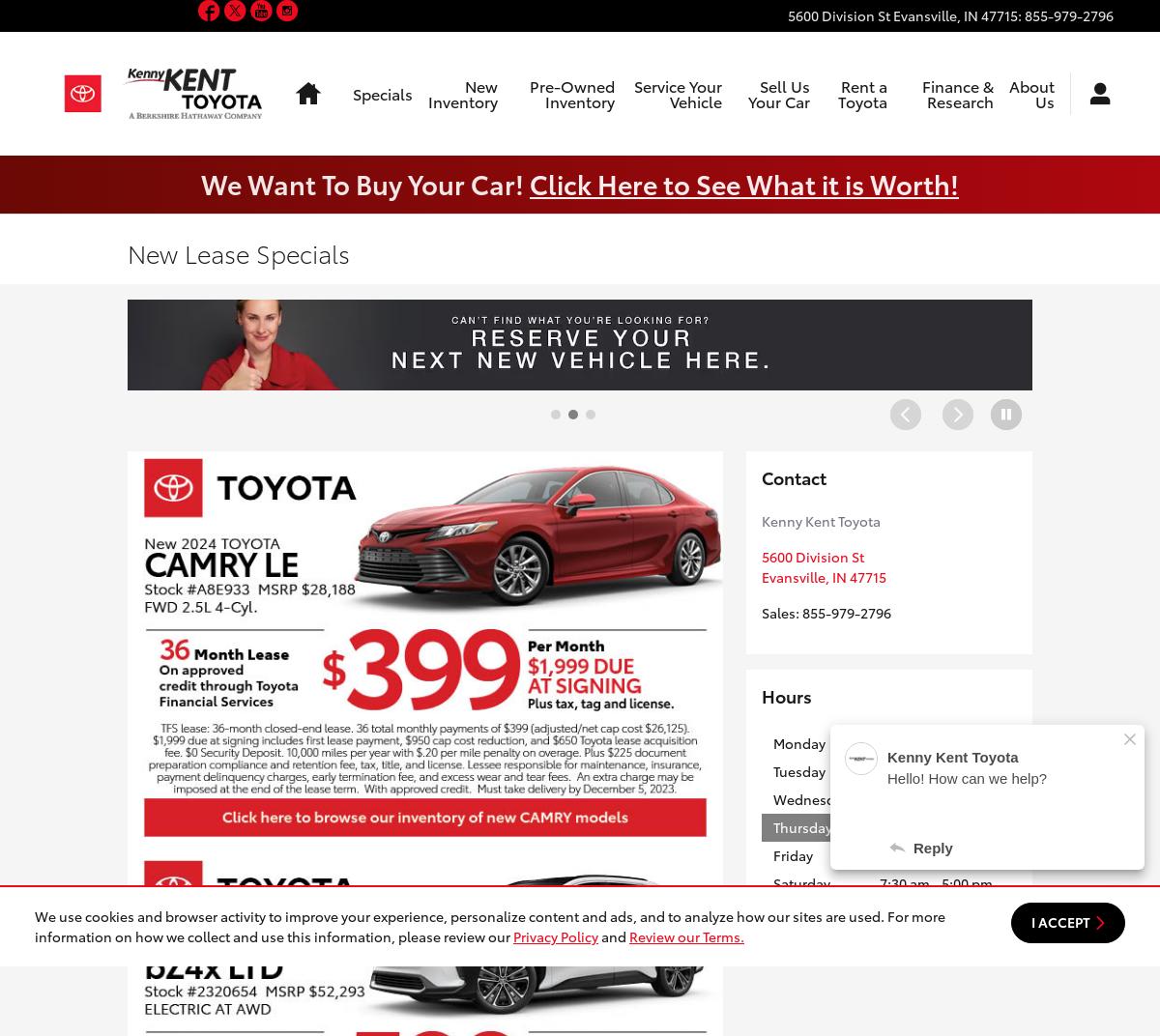 The width and height of the screenshot is (1160, 1036). Describe the element at coordinates (743, 181) in the screenshot. I see `'Click Here to See What it is Worth!'` at that location.